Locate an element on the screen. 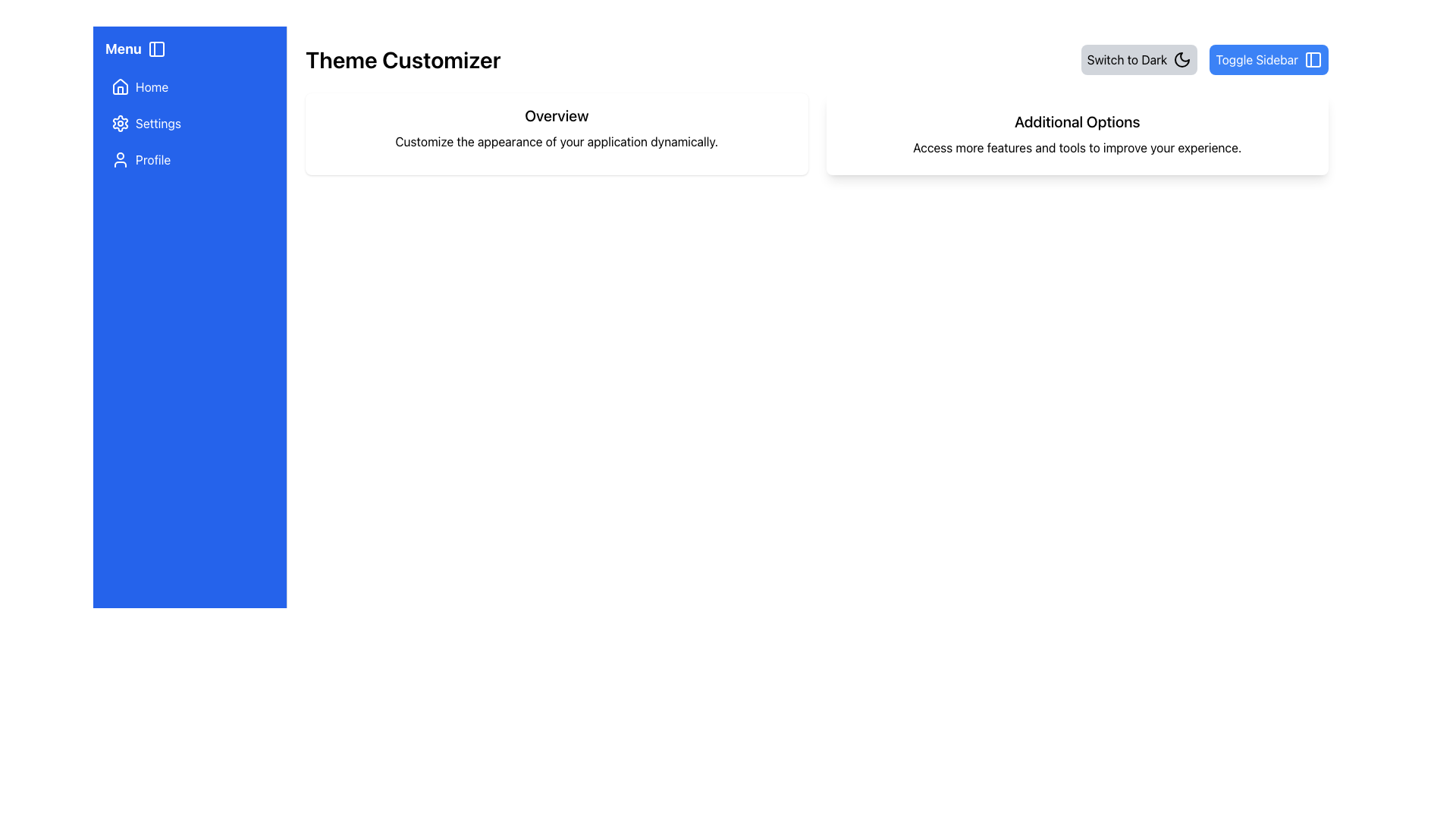 This screenshot has height=819, width=1456. the 'Settings' icon located in the navigation sidebar, positioned between the 'Home' and 'Profile' icons is located at coordinates (119, 122).